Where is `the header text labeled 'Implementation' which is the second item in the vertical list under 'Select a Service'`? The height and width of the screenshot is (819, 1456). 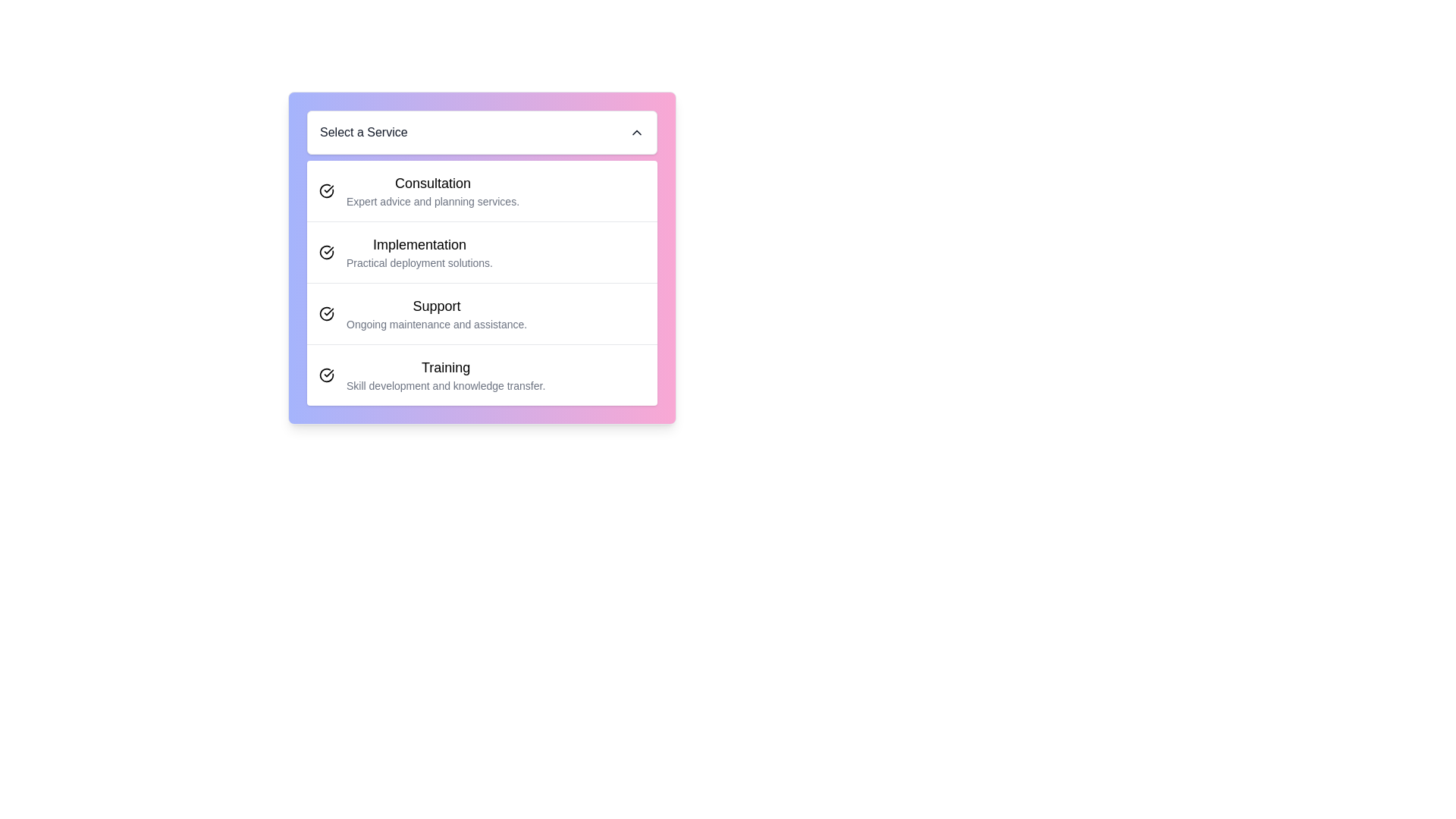 the header text labeled 'Implementation' which is the second item in the vertical list under 'Select a Service' is located at coordinates (419, 244).